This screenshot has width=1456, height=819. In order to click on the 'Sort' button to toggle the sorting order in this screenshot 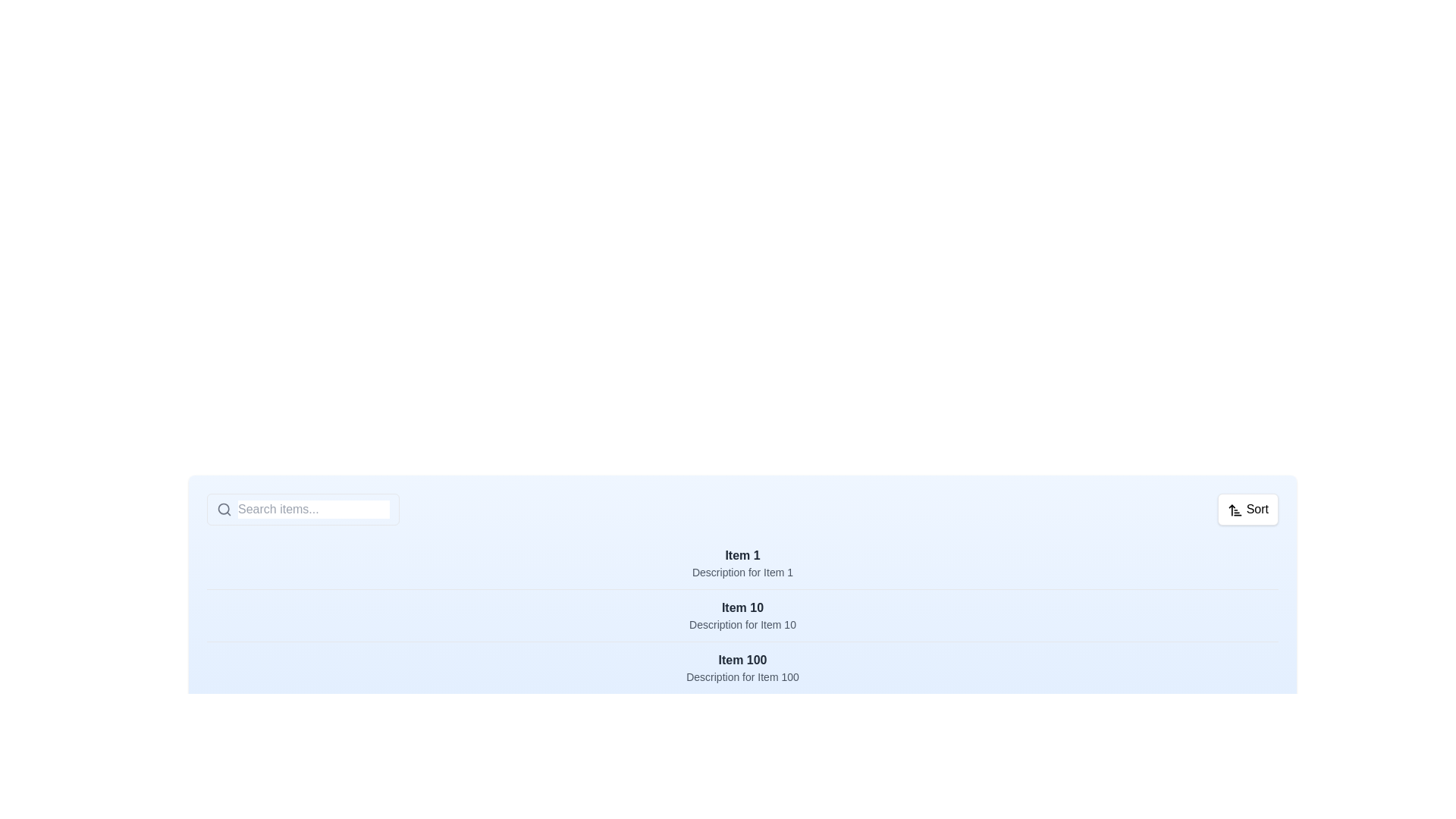, I will do `click(1248, 509)`.